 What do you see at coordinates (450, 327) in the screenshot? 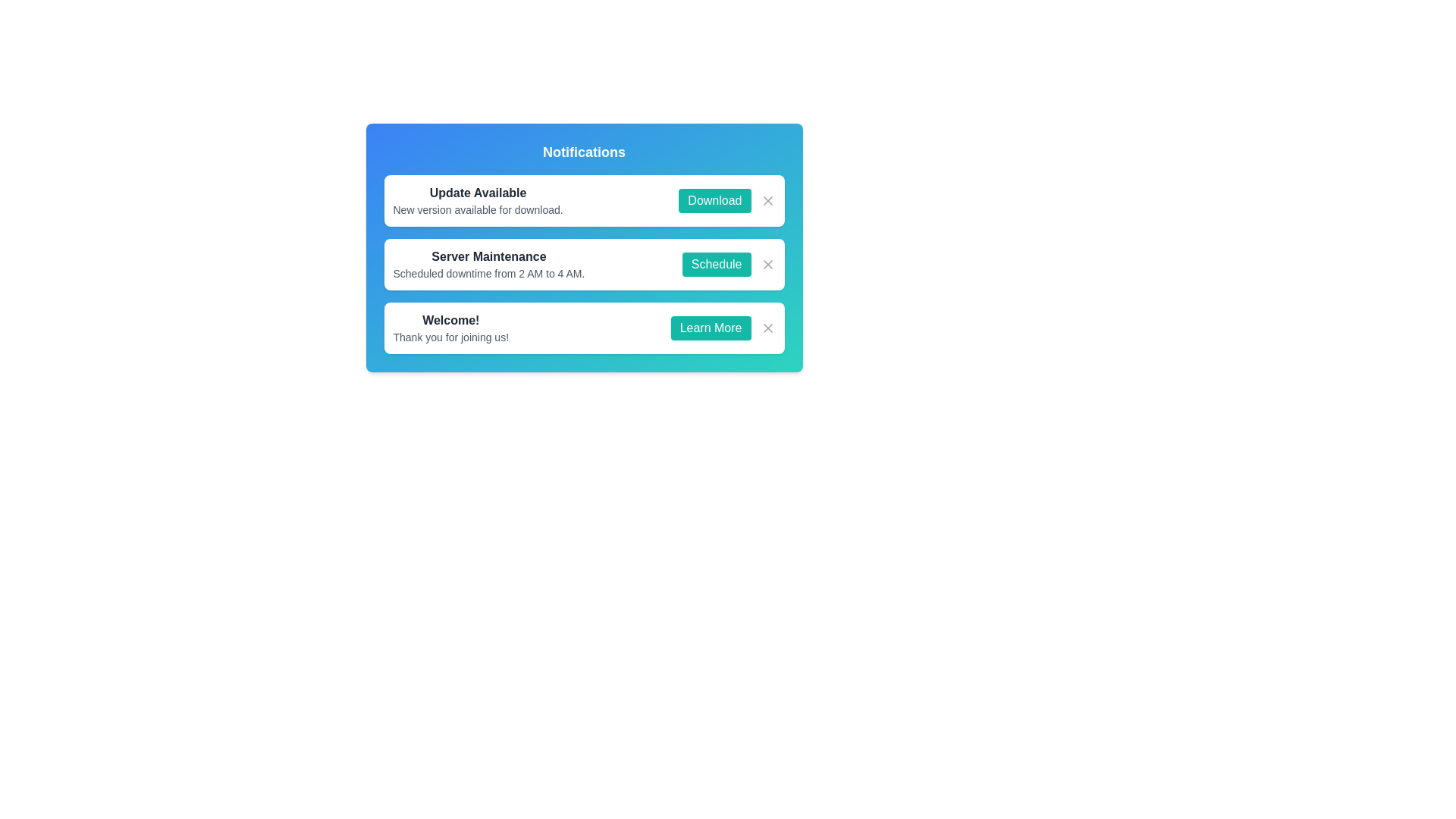
I see `the notification titled 'Welcome!'` at bounding box center [450, 327].